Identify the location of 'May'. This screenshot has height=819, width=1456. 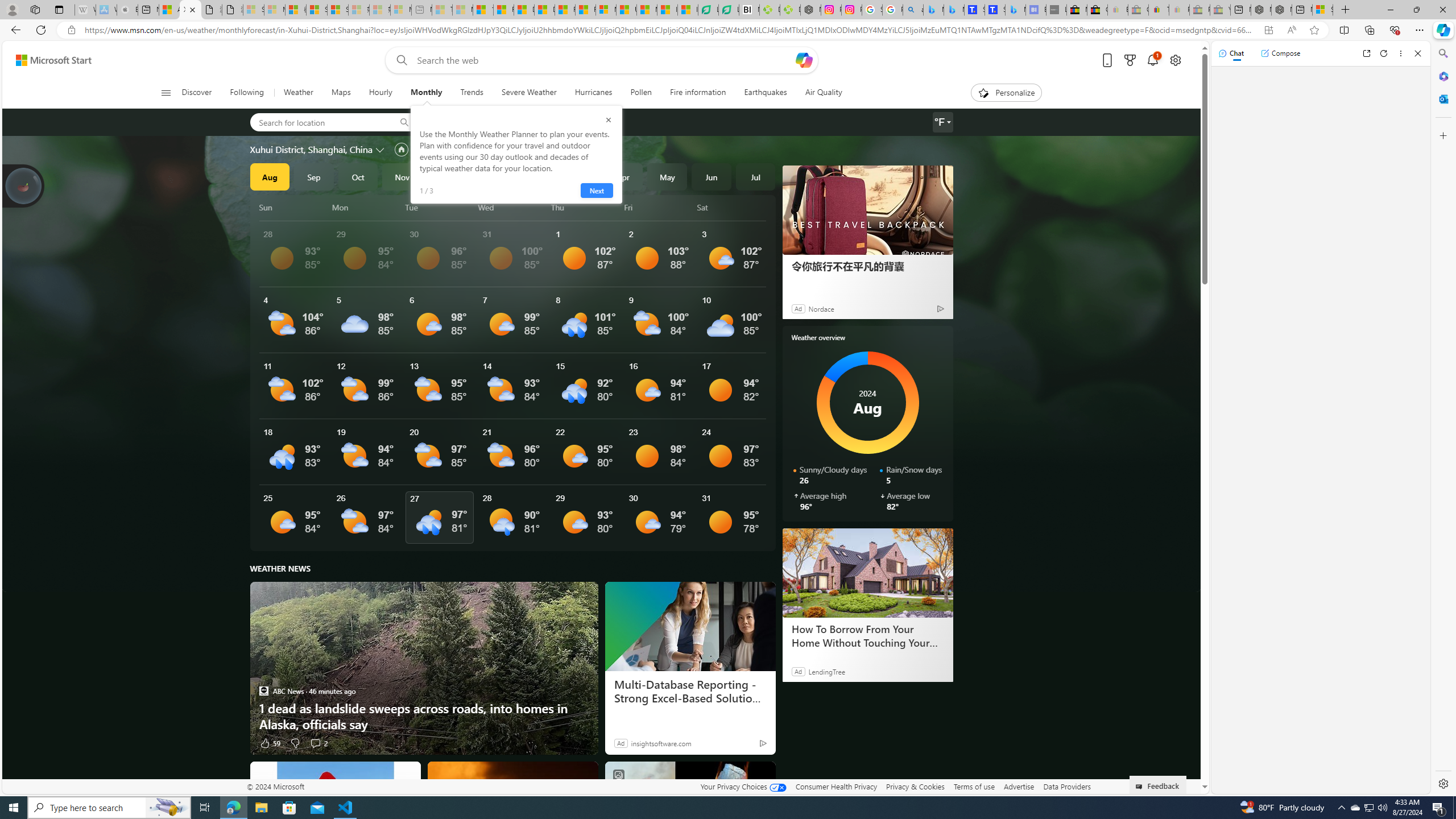
(667, 176).